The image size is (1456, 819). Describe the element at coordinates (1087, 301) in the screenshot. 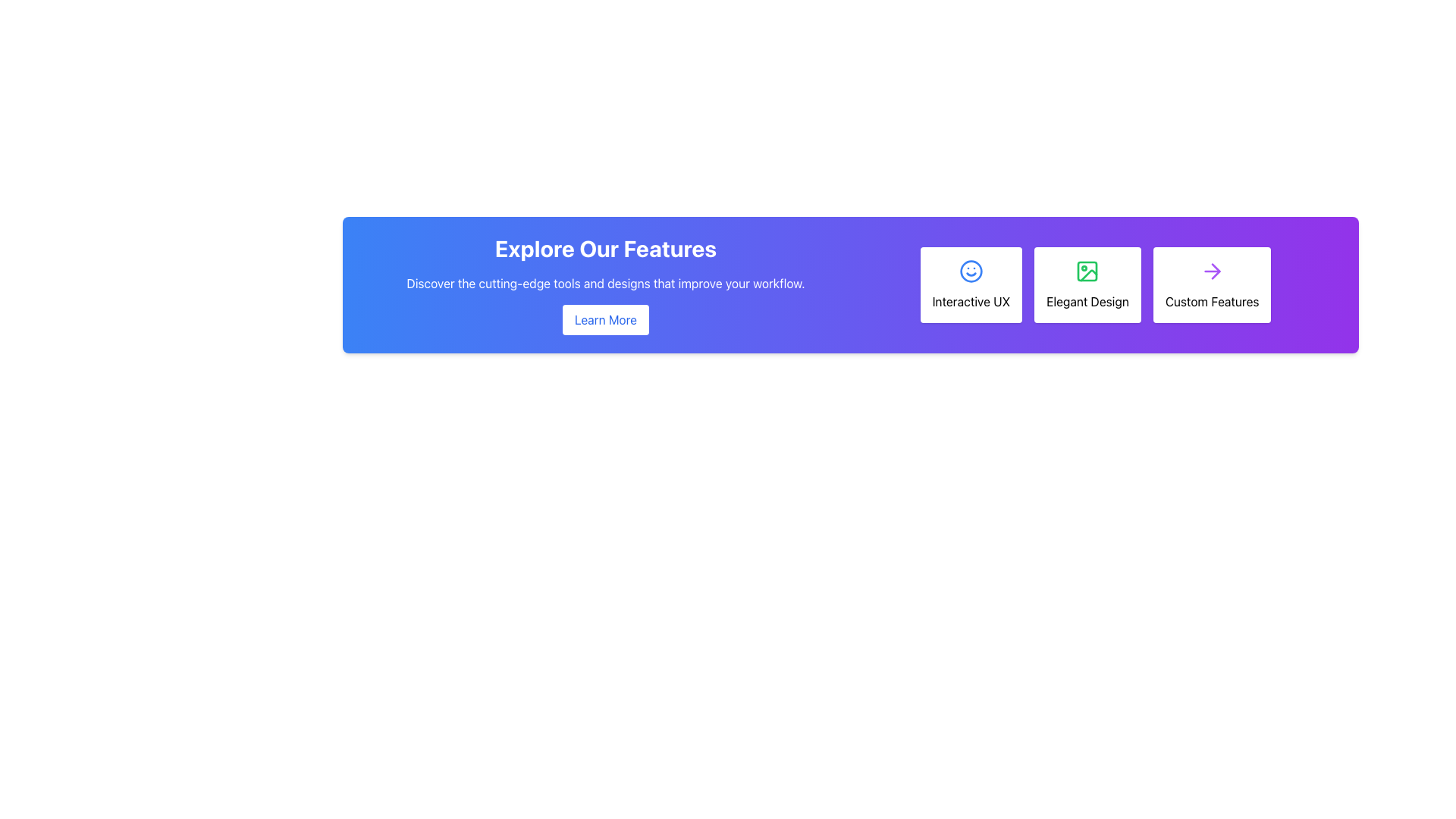

I see `the text label displaying 'Elegant Design' located at the bottom center of the second card under the purple section titled 'Explore Our Features'` at that location.